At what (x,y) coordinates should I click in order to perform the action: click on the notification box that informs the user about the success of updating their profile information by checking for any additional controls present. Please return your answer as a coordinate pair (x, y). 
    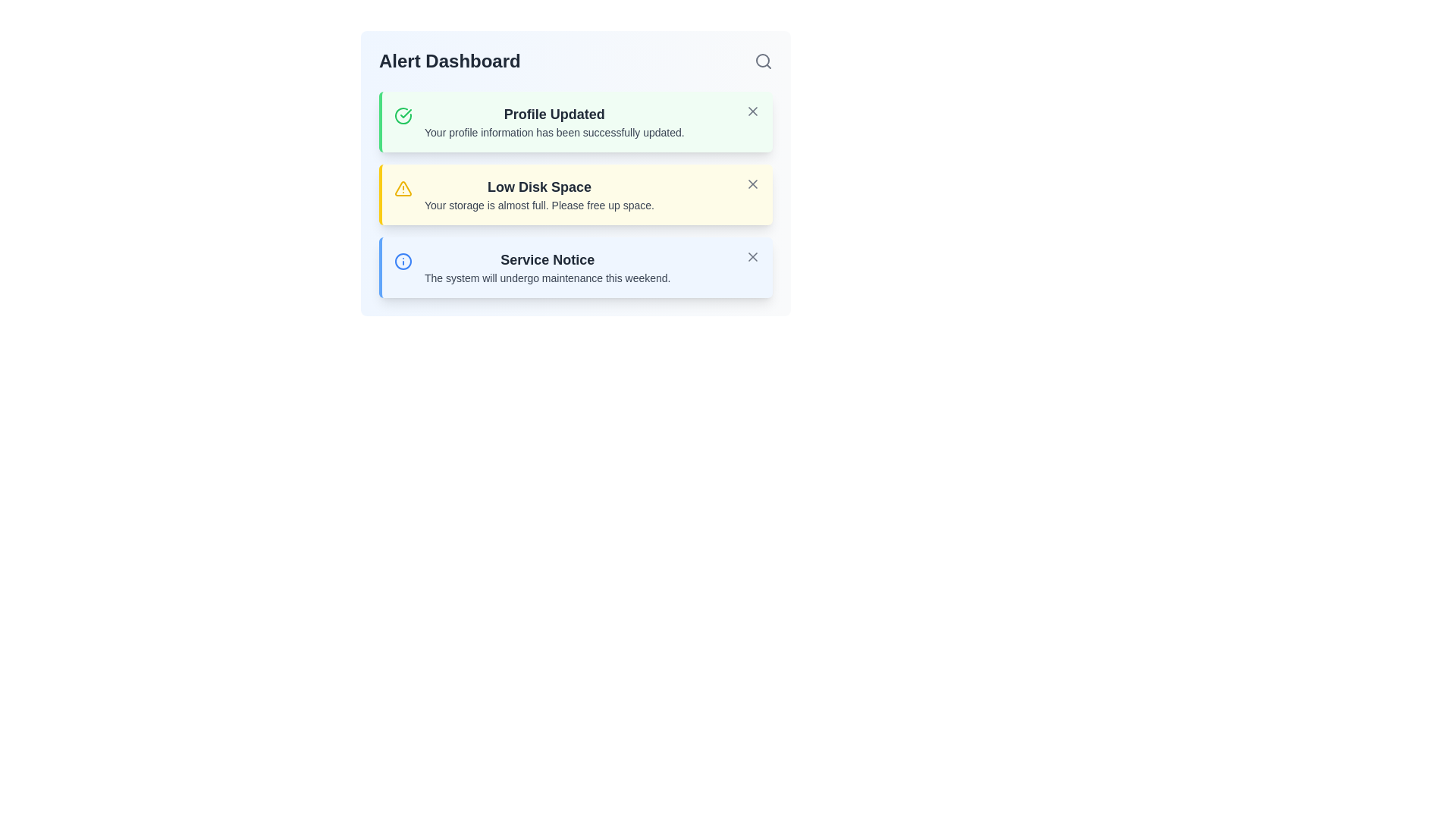
    Looking at the image, I should click on (575, 121).